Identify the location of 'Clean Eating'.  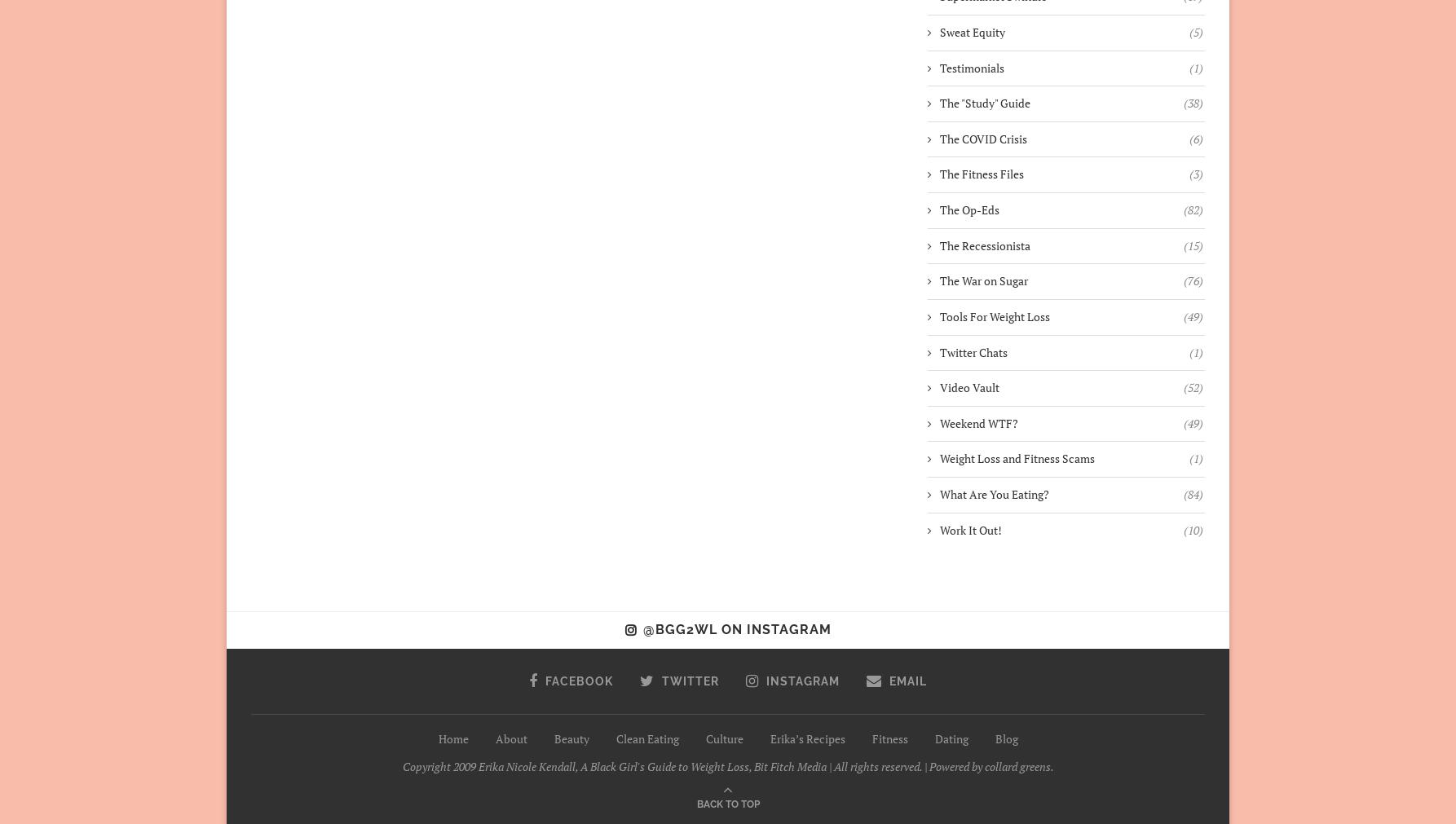
(646, 738).